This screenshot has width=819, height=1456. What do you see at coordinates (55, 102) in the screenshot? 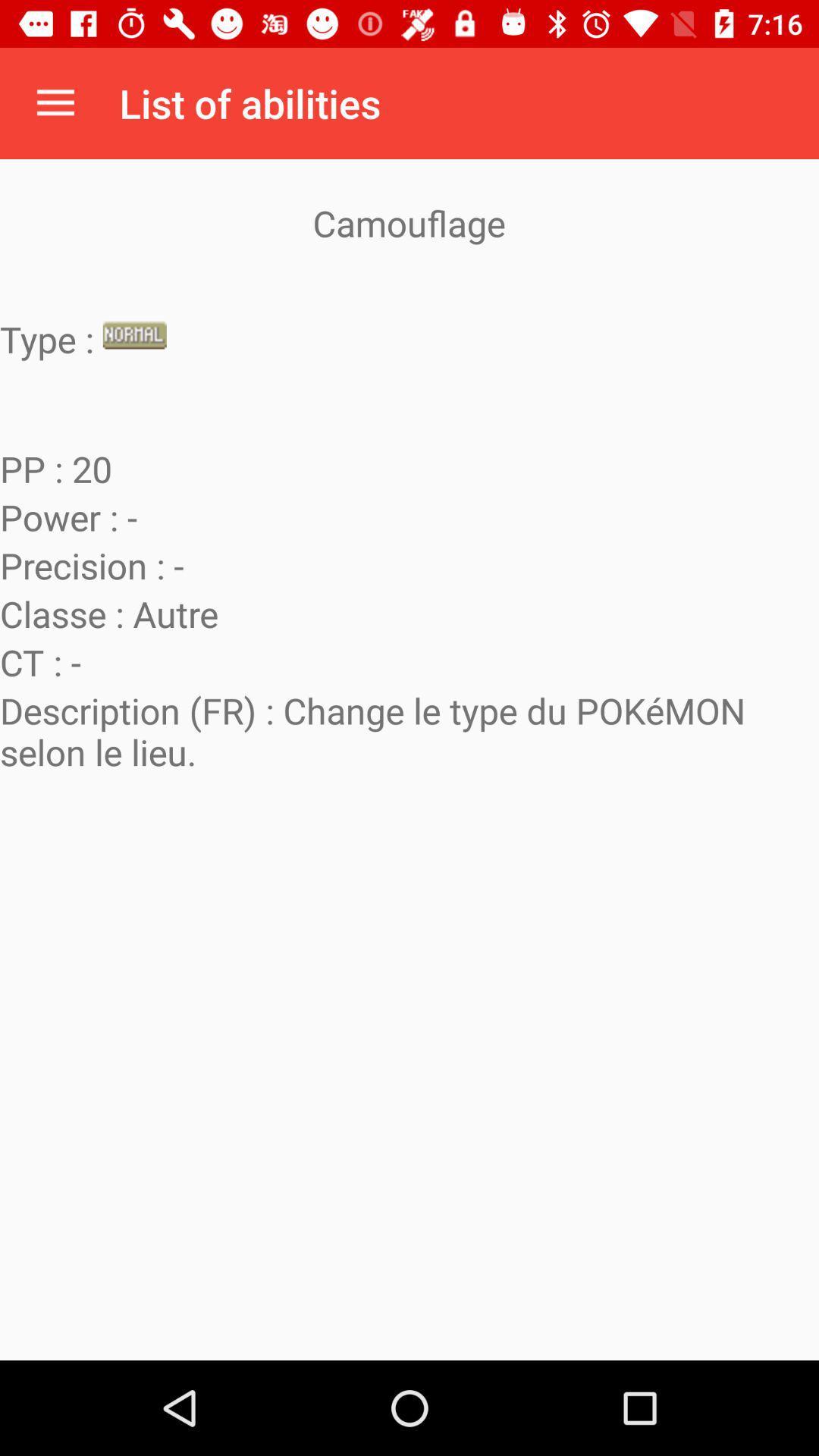
I see `app next to the list of abilities item` at bounding box center [55, 102].